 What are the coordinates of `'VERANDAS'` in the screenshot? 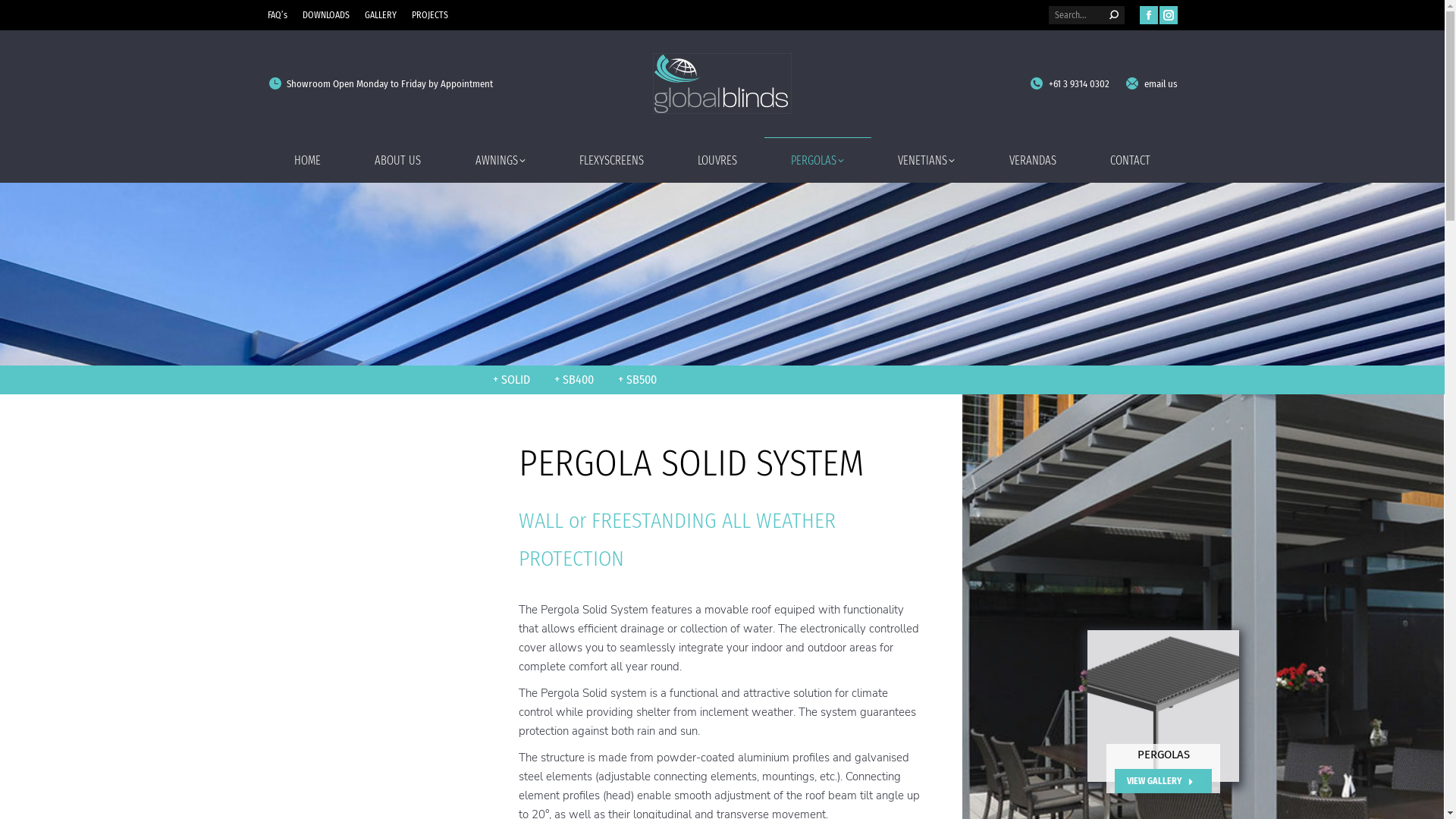 It's located at (1031, 159).